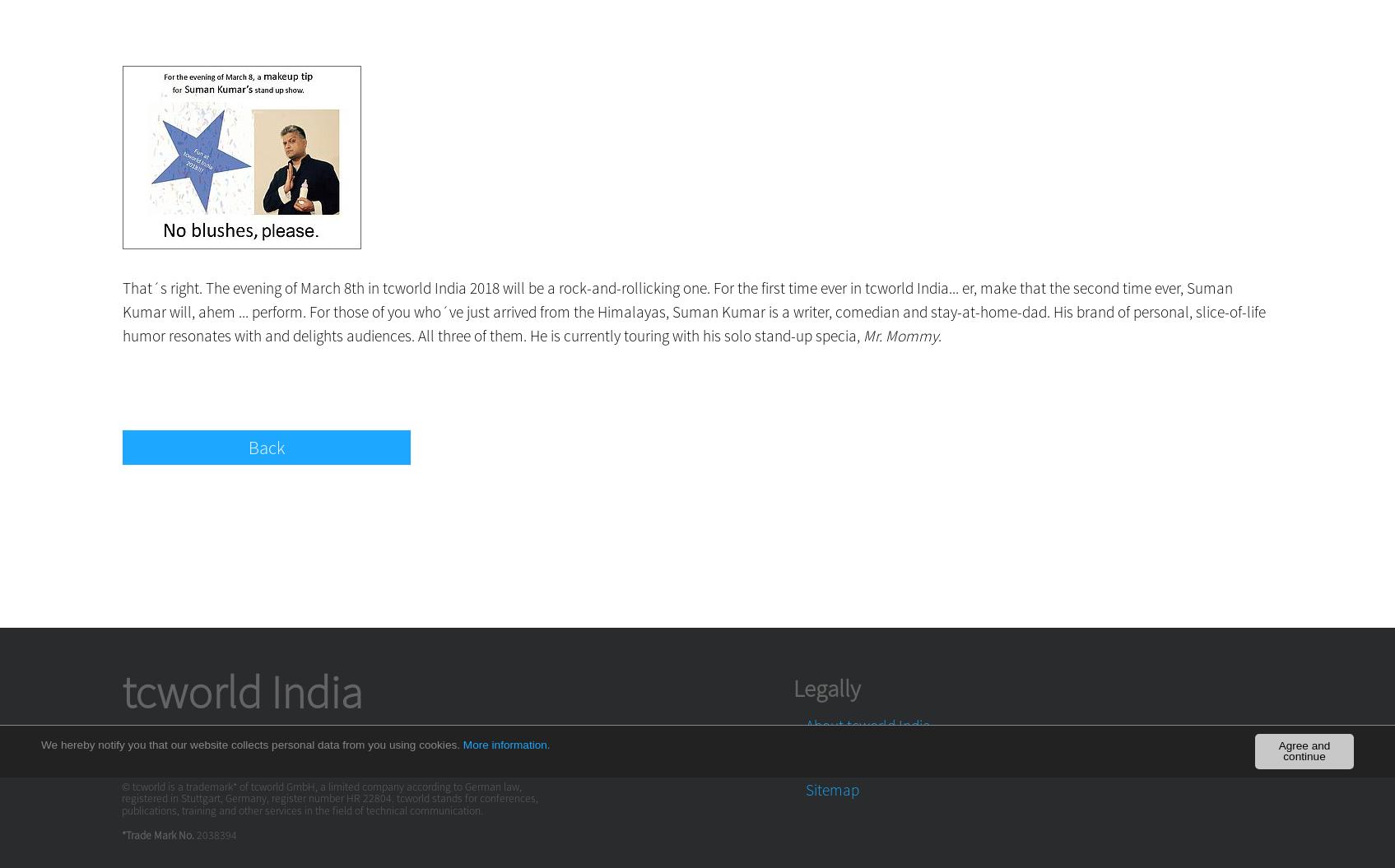 This screenshot has height=868, width=1395. What do you see at coordinates (693, 311) in the screenshot?
I see `'That´s right. The evening of March 8th in tcworld India 2018 will be a rock-and-rollicking one. For the first time ever in tcworld India... er, make that the second time ever, Suman Kumar will, ahem ... perform. For those of you who´ve just arrived from the Himalayas, Suman Kumar is a writer, comedian and stay-at-home-dad. His brand of personal, slice-of-life humor resonates with and delights audiences. All three of them. He is currently touring with his solo stand-up specia,'` at bounding box center [693, 311].